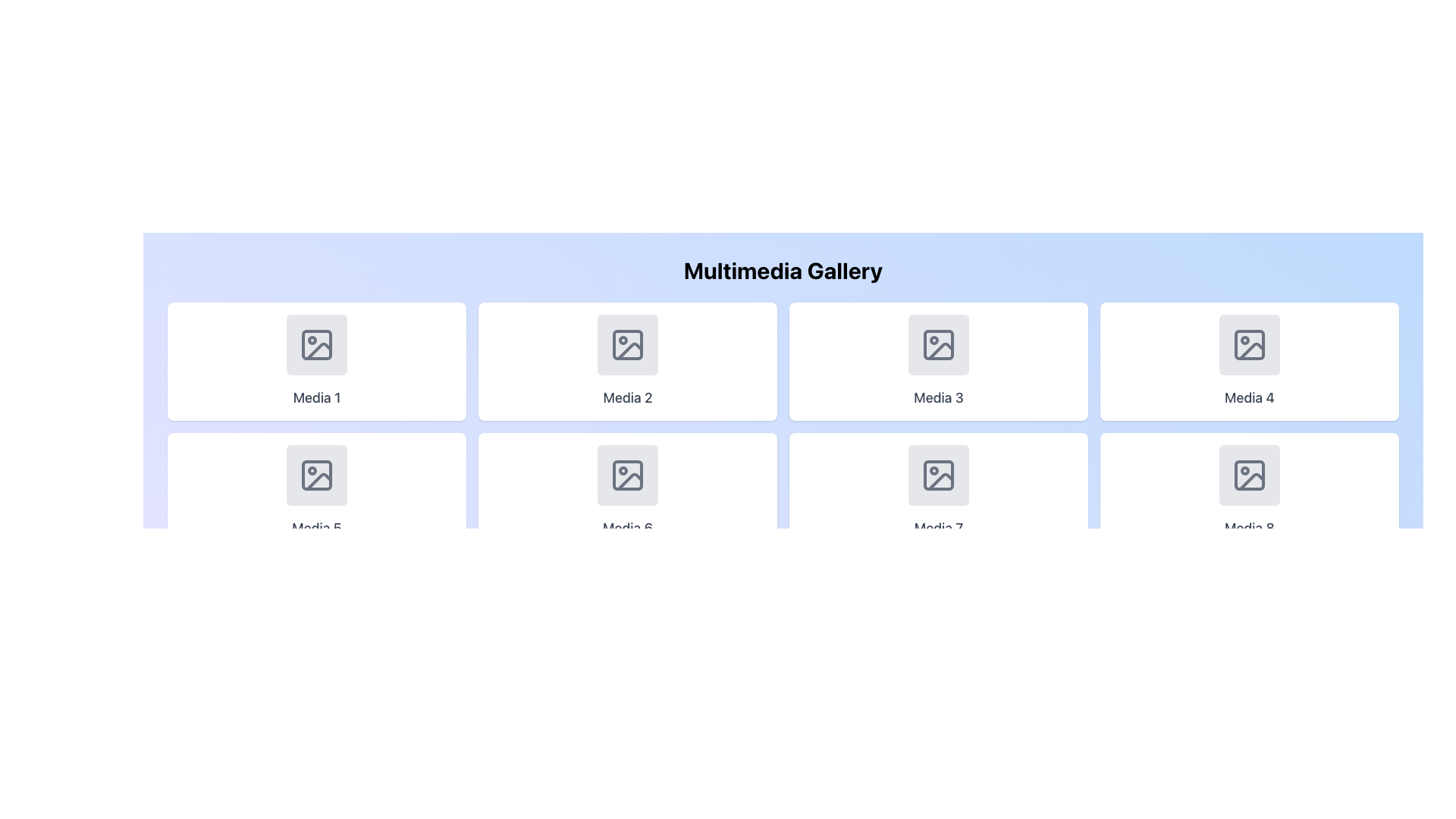  What do you see at coordinates (938, 491) in the screenshot?
I see `details associated with the media in the card featuring a gray image placeholder and the text 'Media 7' located in the second row, third column of the grid layout` at bounding box center [938, 491].